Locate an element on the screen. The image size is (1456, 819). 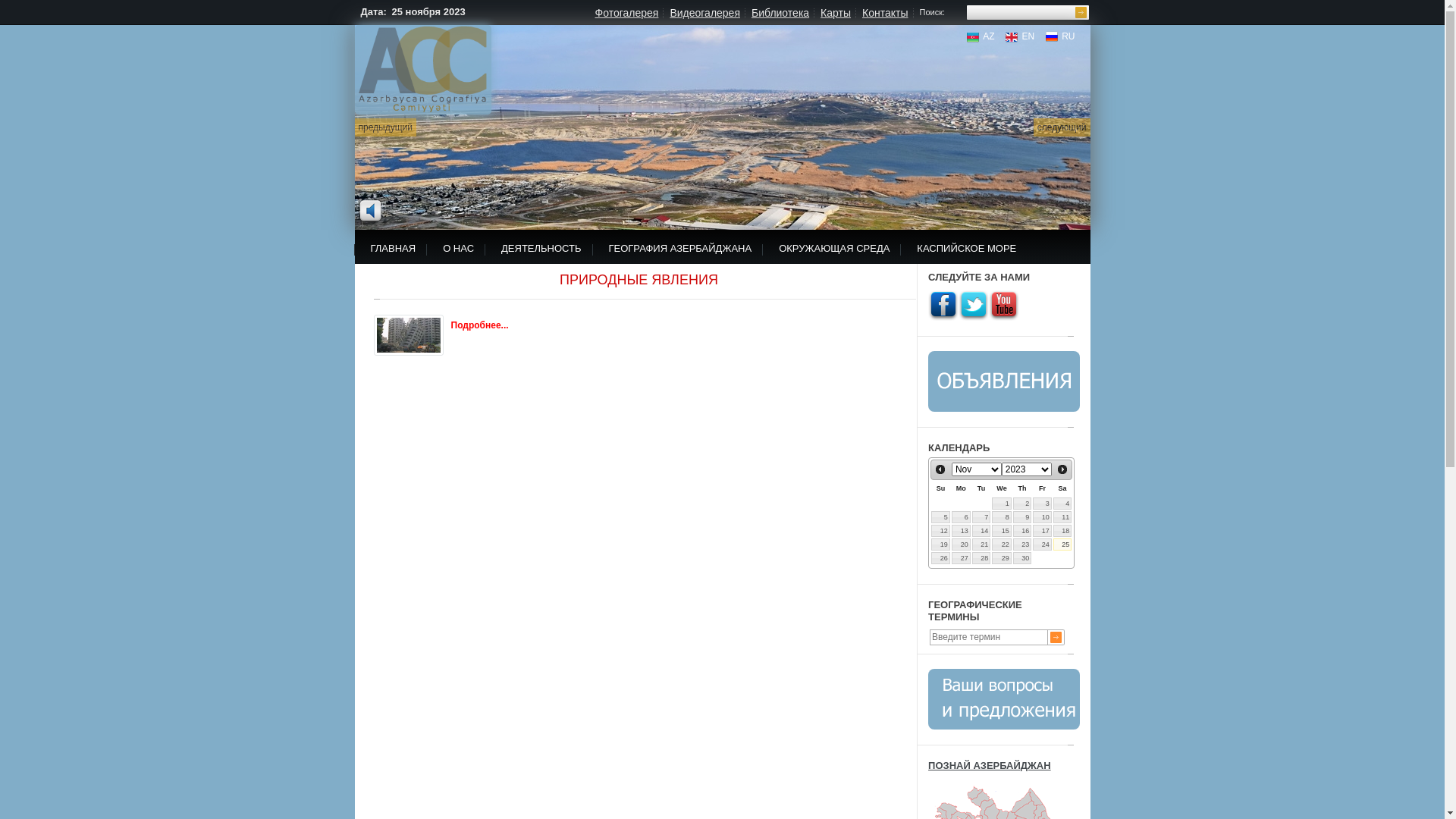
'19' is located at coordinates (939, 543).